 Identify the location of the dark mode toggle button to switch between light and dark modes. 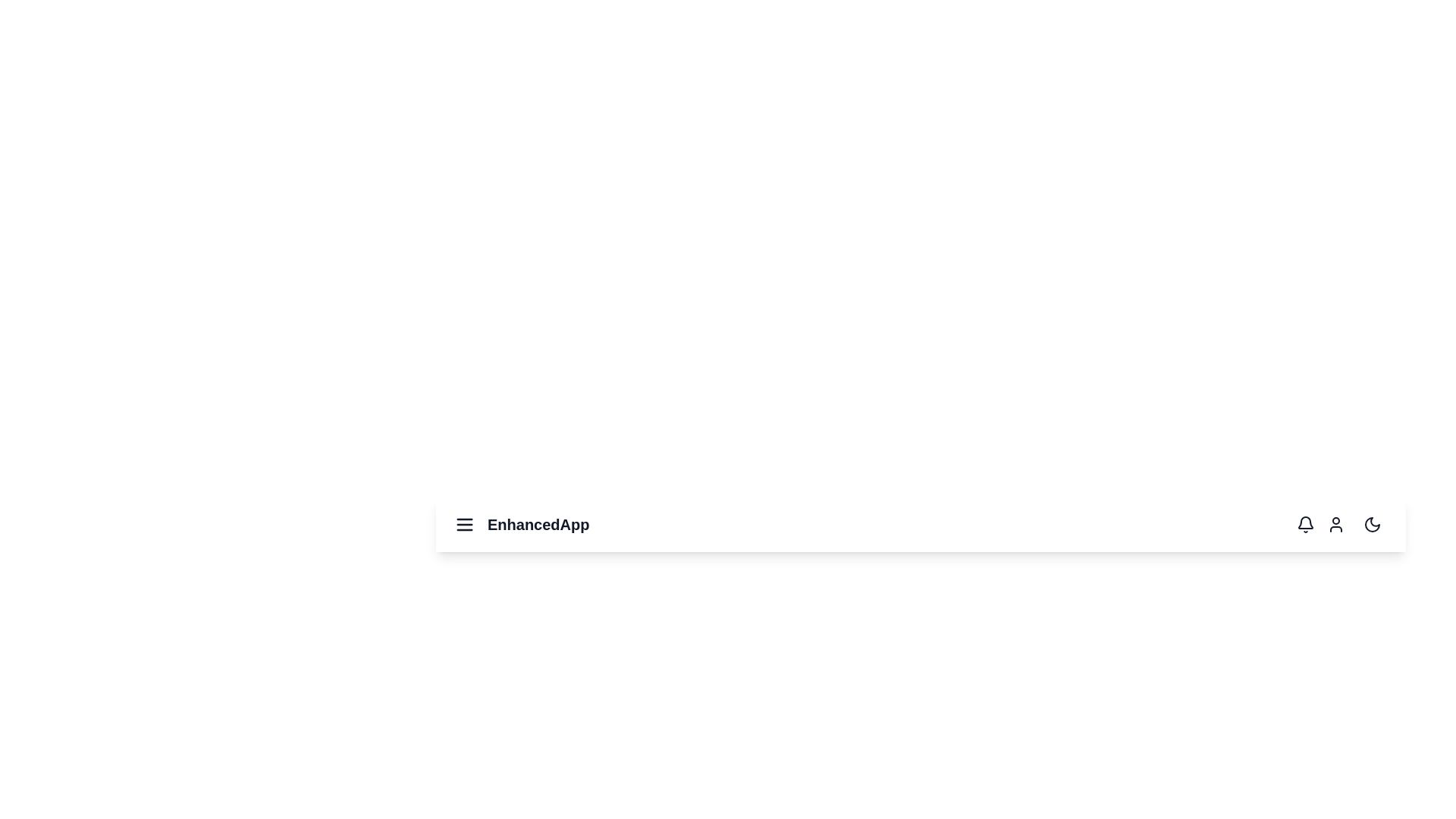
(1372, 523).